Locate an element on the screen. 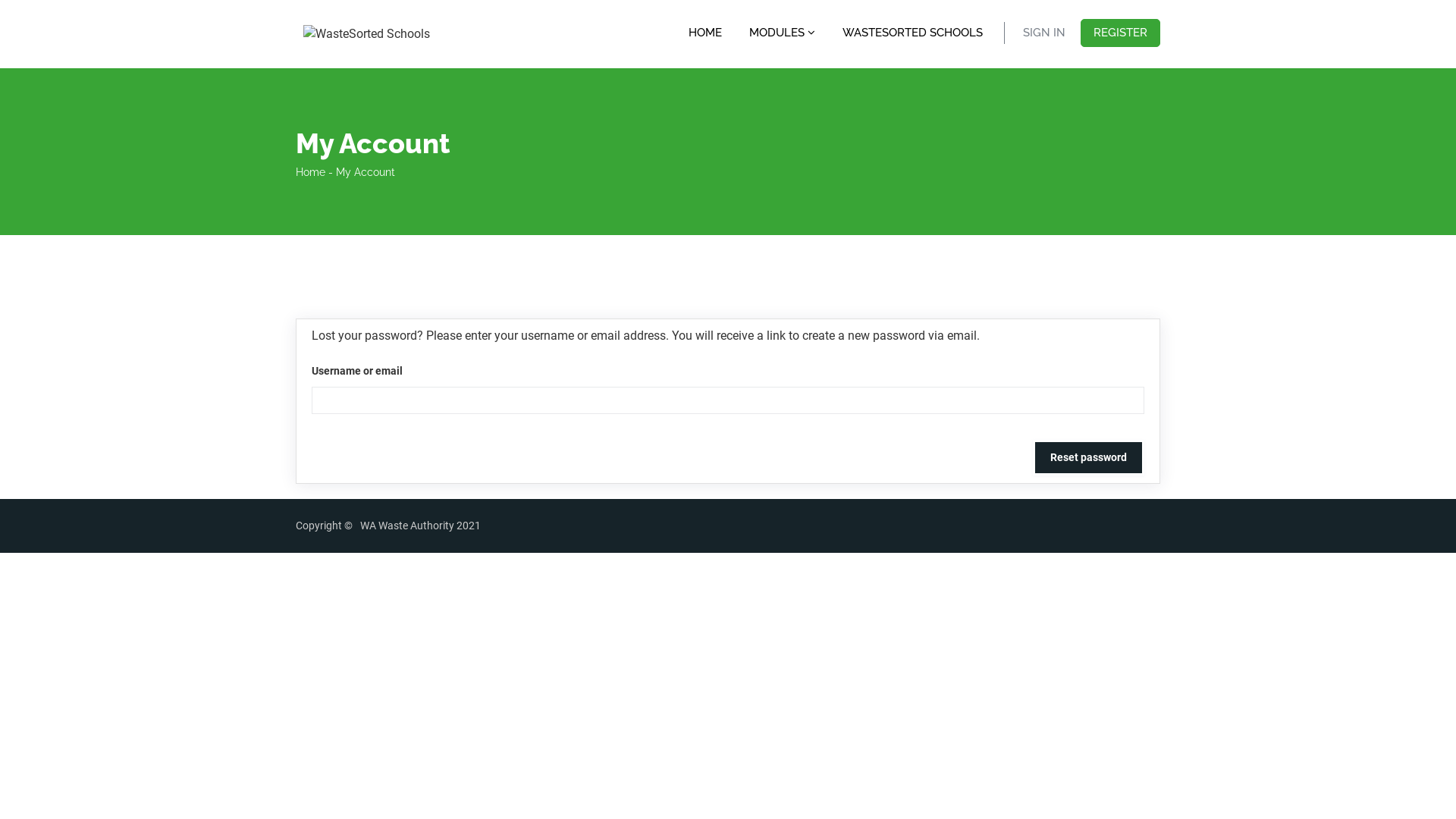 The height and width of the screenshot is (819, 1456). 'MODULES' is located at coordinates (742, 32).